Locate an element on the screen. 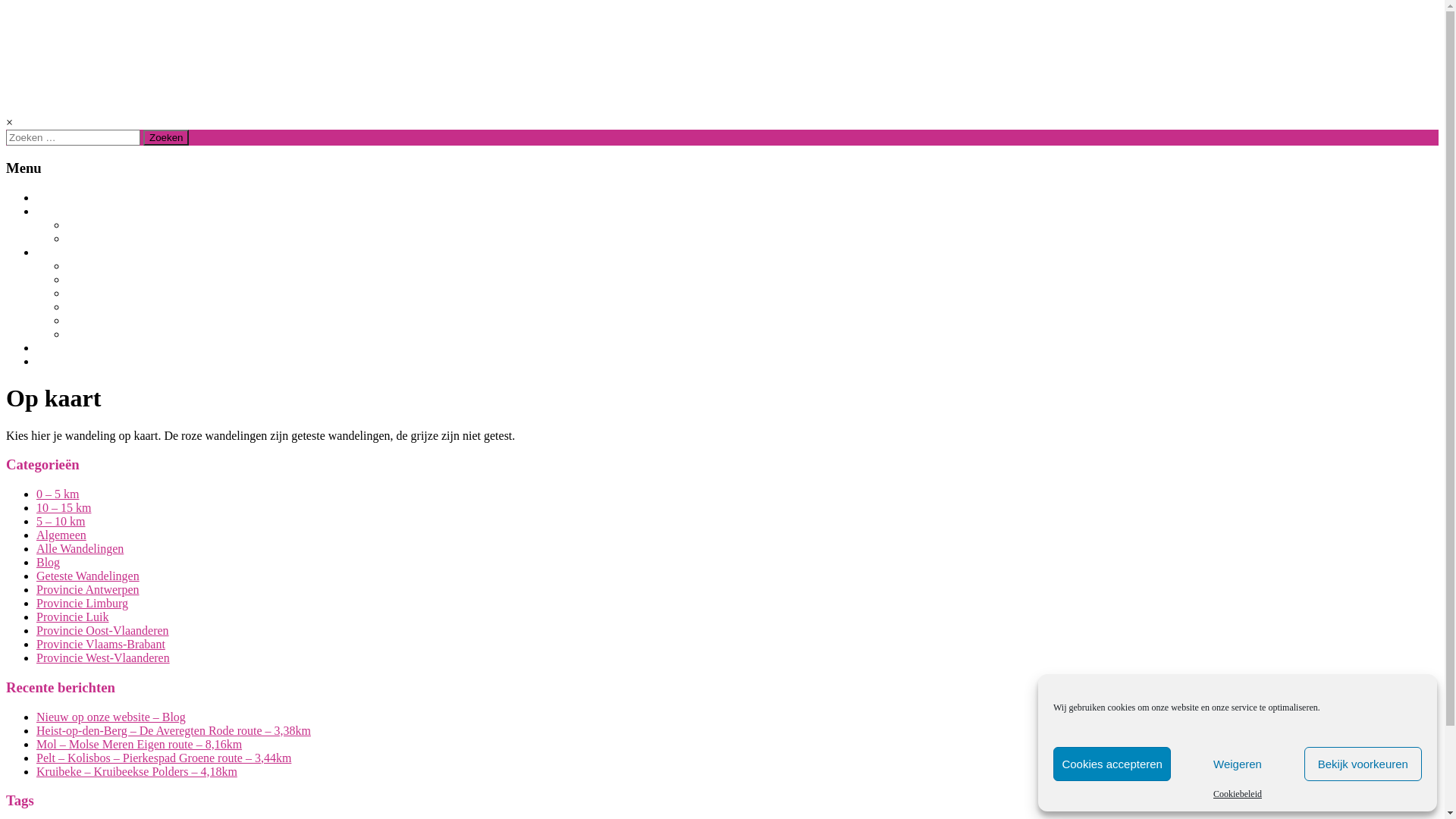  'Provincie Limburg' is located at coordinates (81, 602).